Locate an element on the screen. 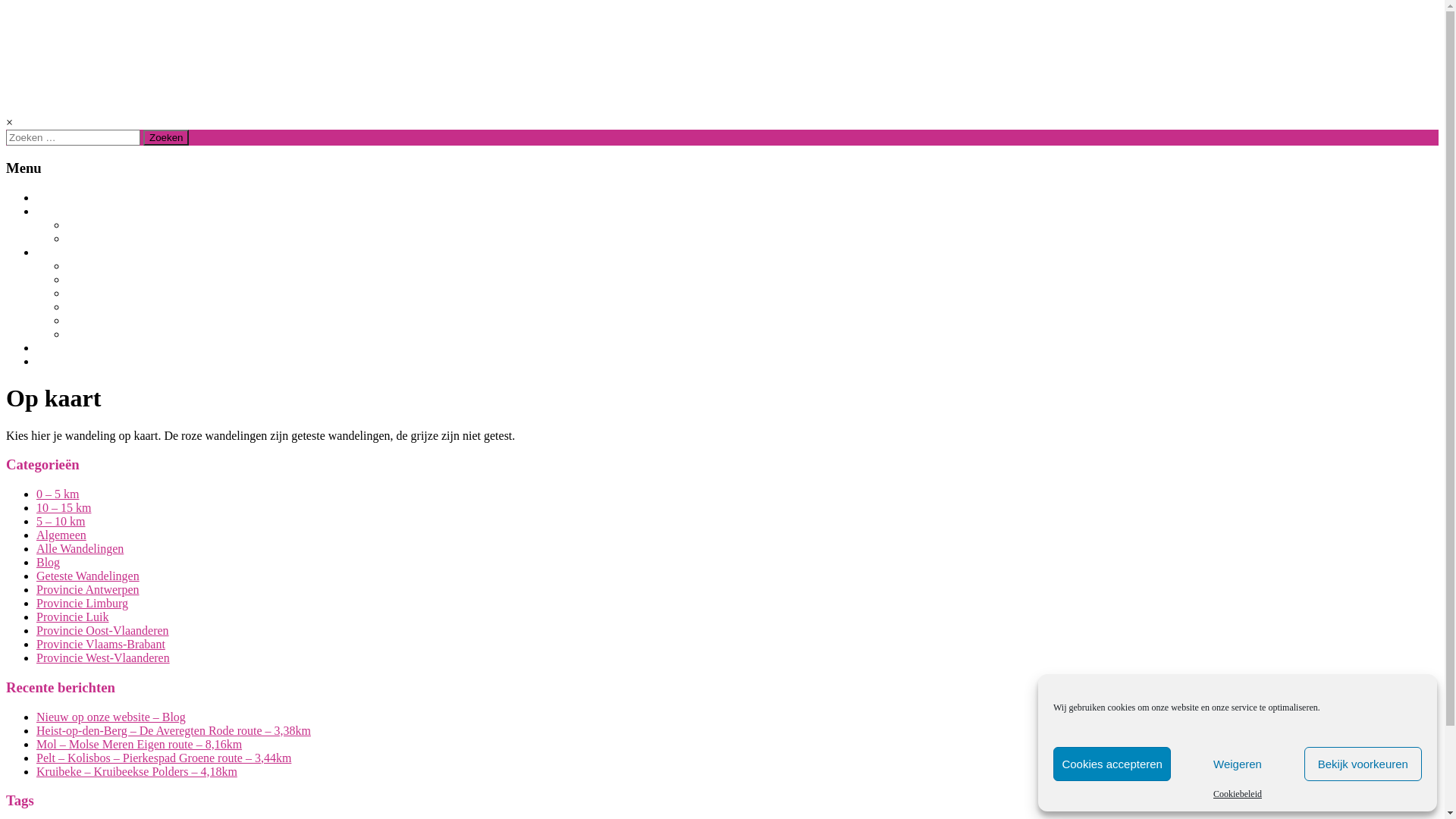  'Provincie Limburg' is located at coordinates (81, 602).